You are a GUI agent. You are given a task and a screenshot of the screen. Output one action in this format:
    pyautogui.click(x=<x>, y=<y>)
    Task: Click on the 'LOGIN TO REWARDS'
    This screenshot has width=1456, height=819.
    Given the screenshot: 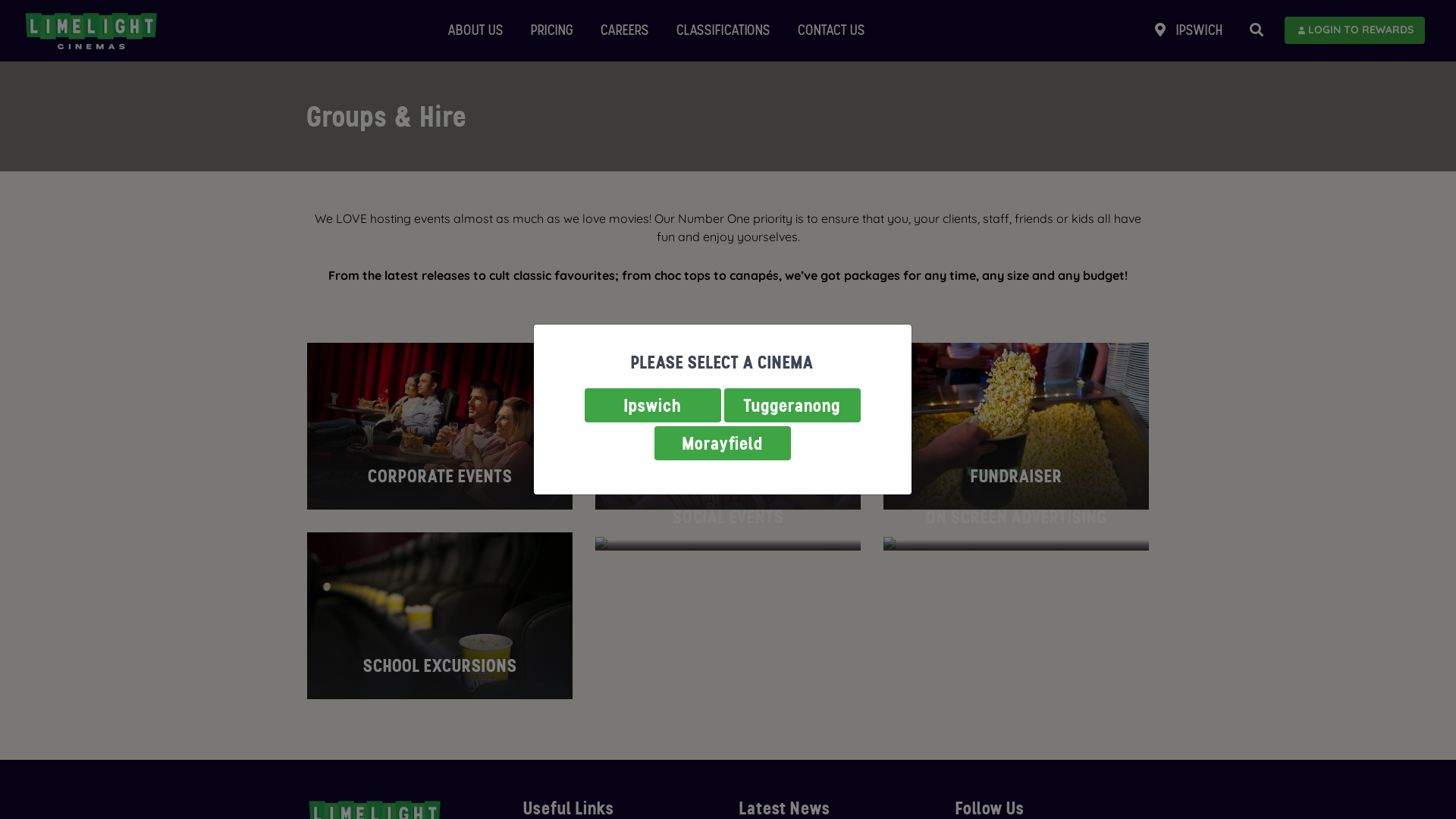 What is the action you would take?
    pyautogui.click(x=1354, y=30)
    